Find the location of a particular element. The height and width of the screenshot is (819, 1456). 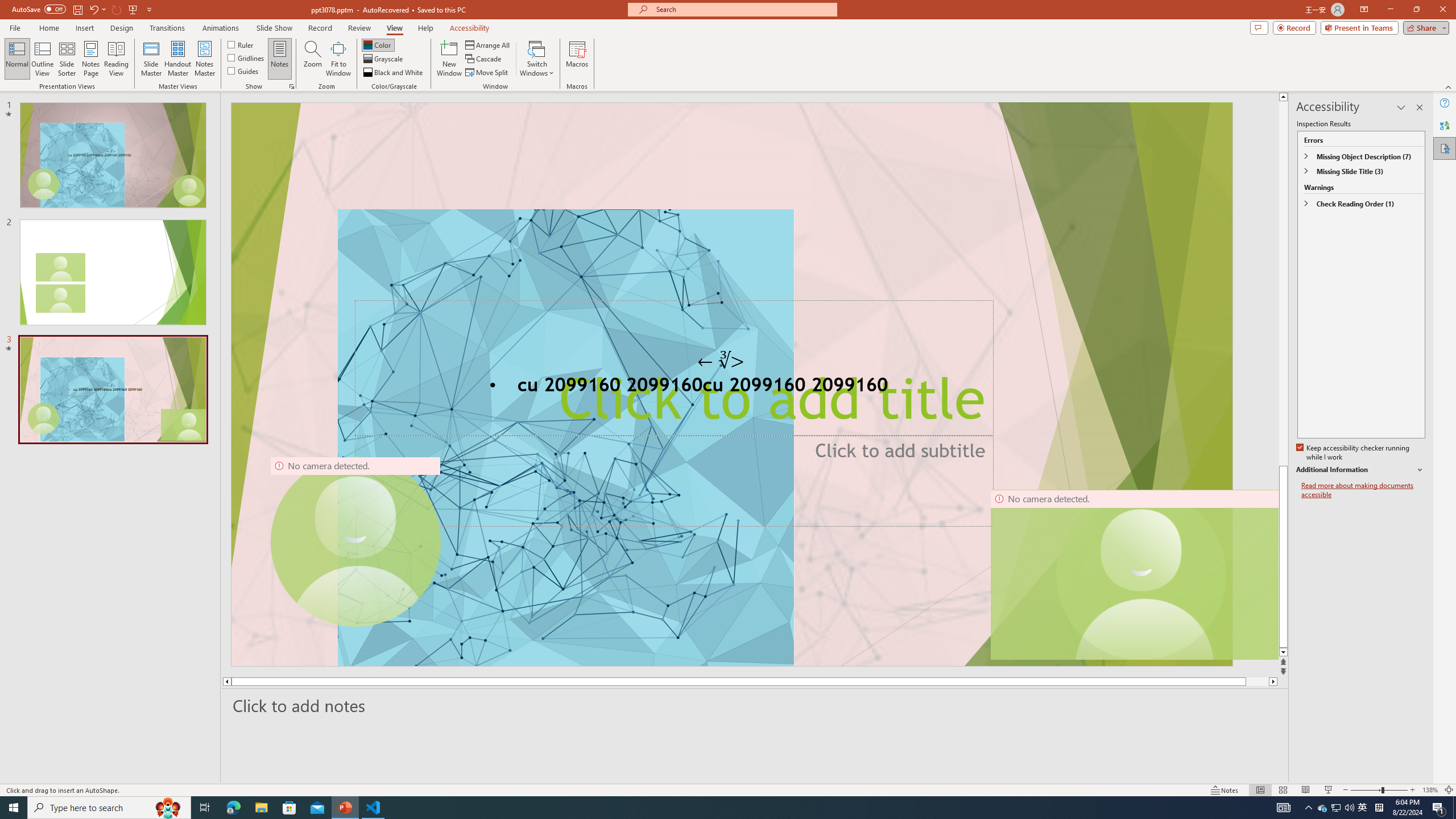

'Cascade' is located at coordinates (484, 59).